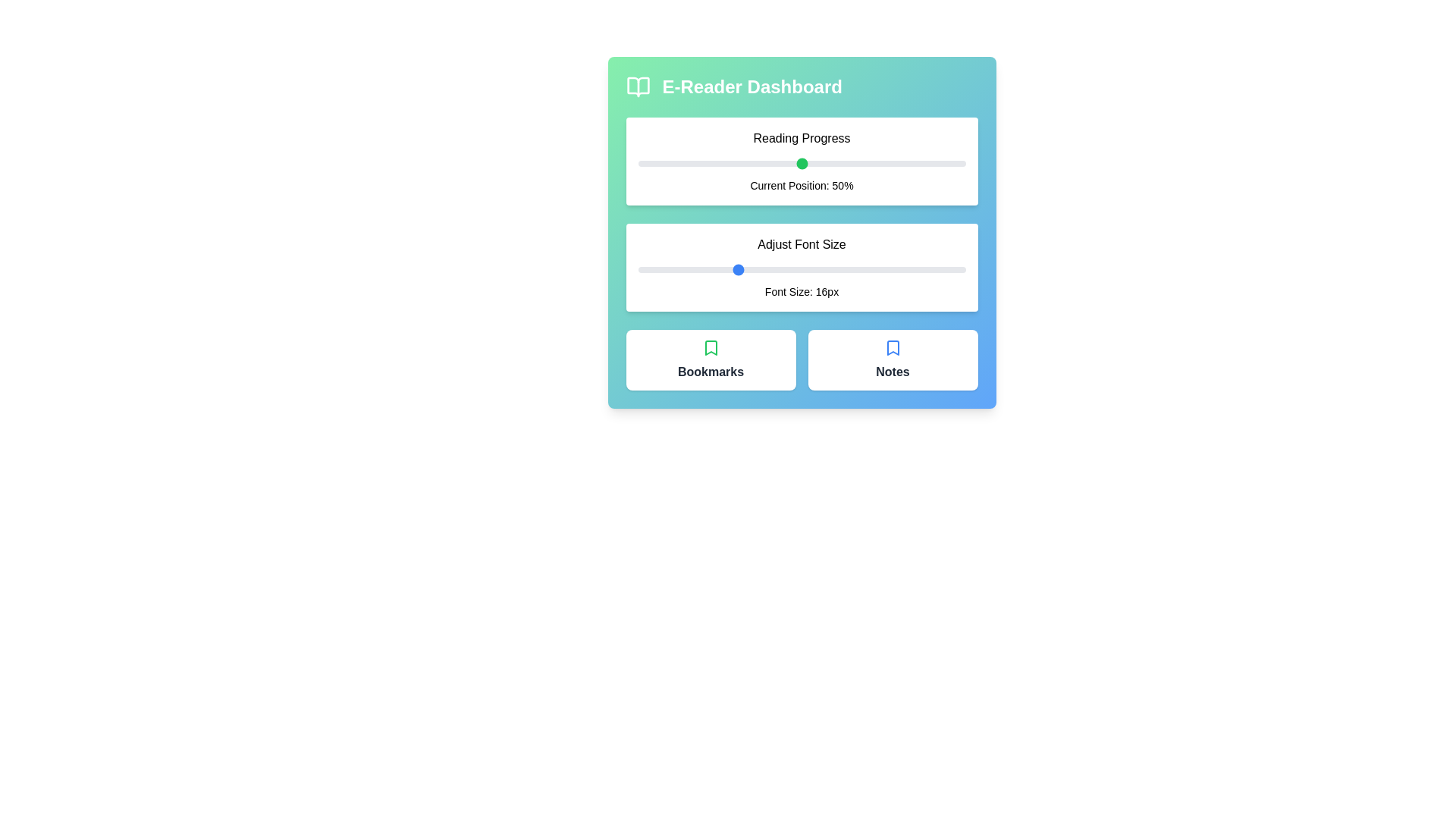  What do you see at coordinates (893, 359) in the screenshot?
I see `the 'Notes' button to access notes` at bounding box center [893, 359].